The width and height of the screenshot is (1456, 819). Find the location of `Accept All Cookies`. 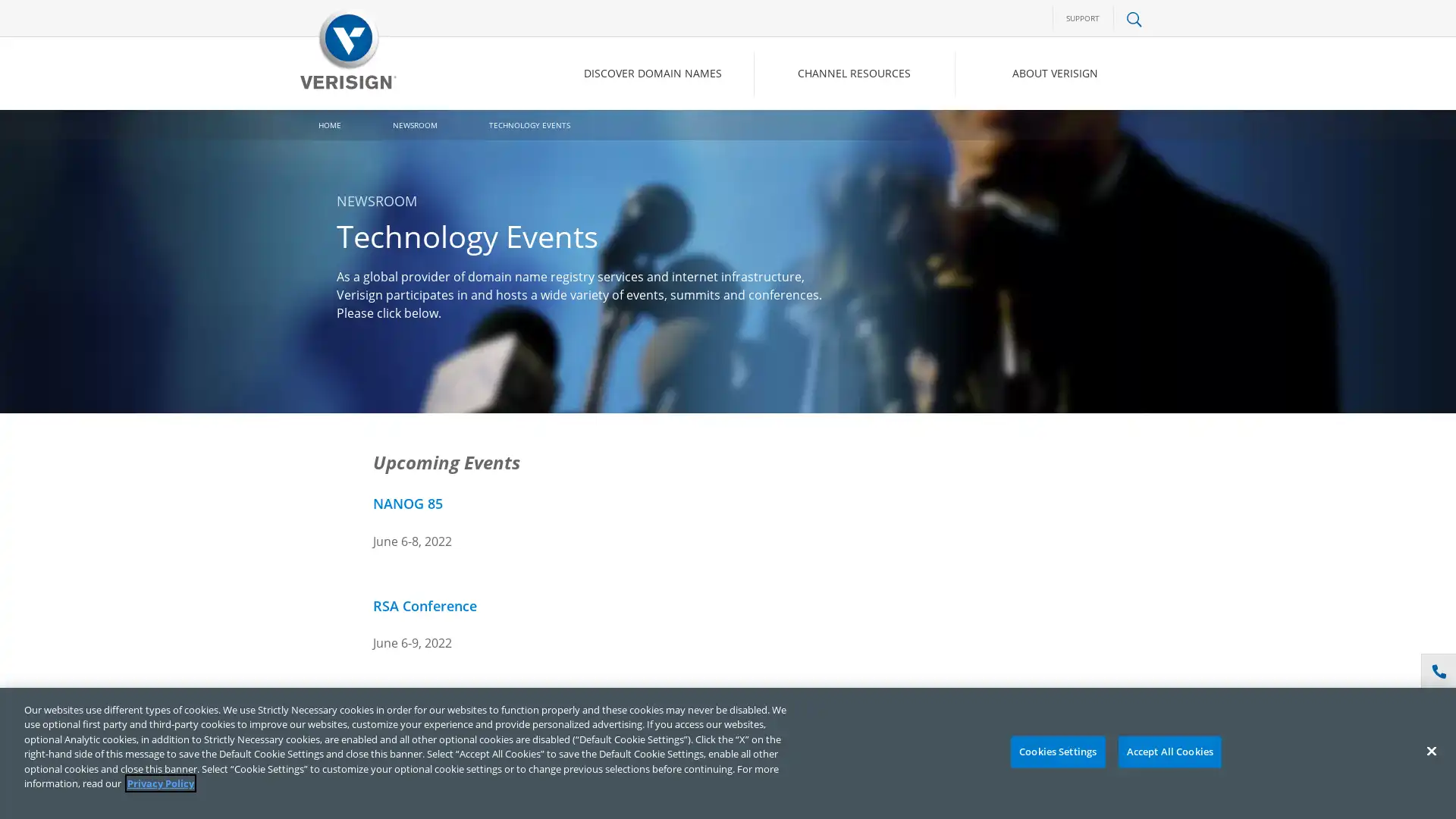

Accept All Cookies is located at coordinates (1169, 752).